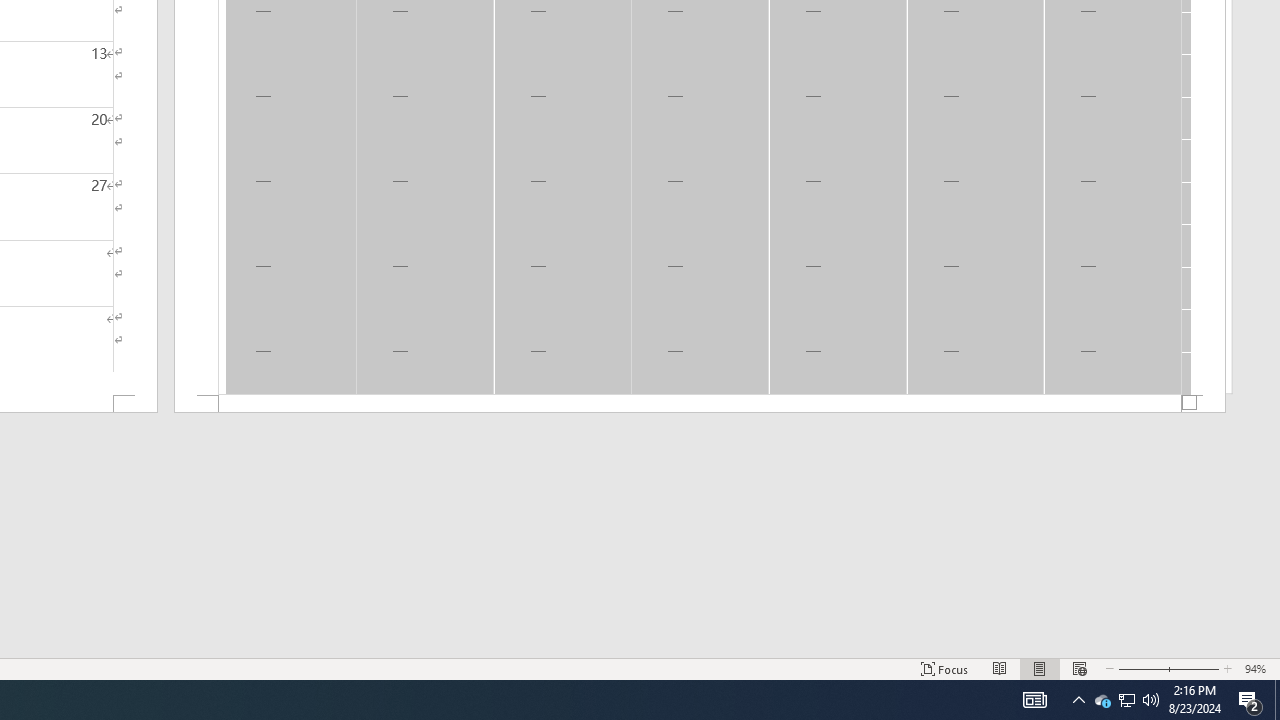 Image resolution: width=1280 pixels, height=720 pixels. What do you see at coordinates (1141, 669) in the screenshot?
I see `'Zoom Out'` at bounding box center [1141, 669].